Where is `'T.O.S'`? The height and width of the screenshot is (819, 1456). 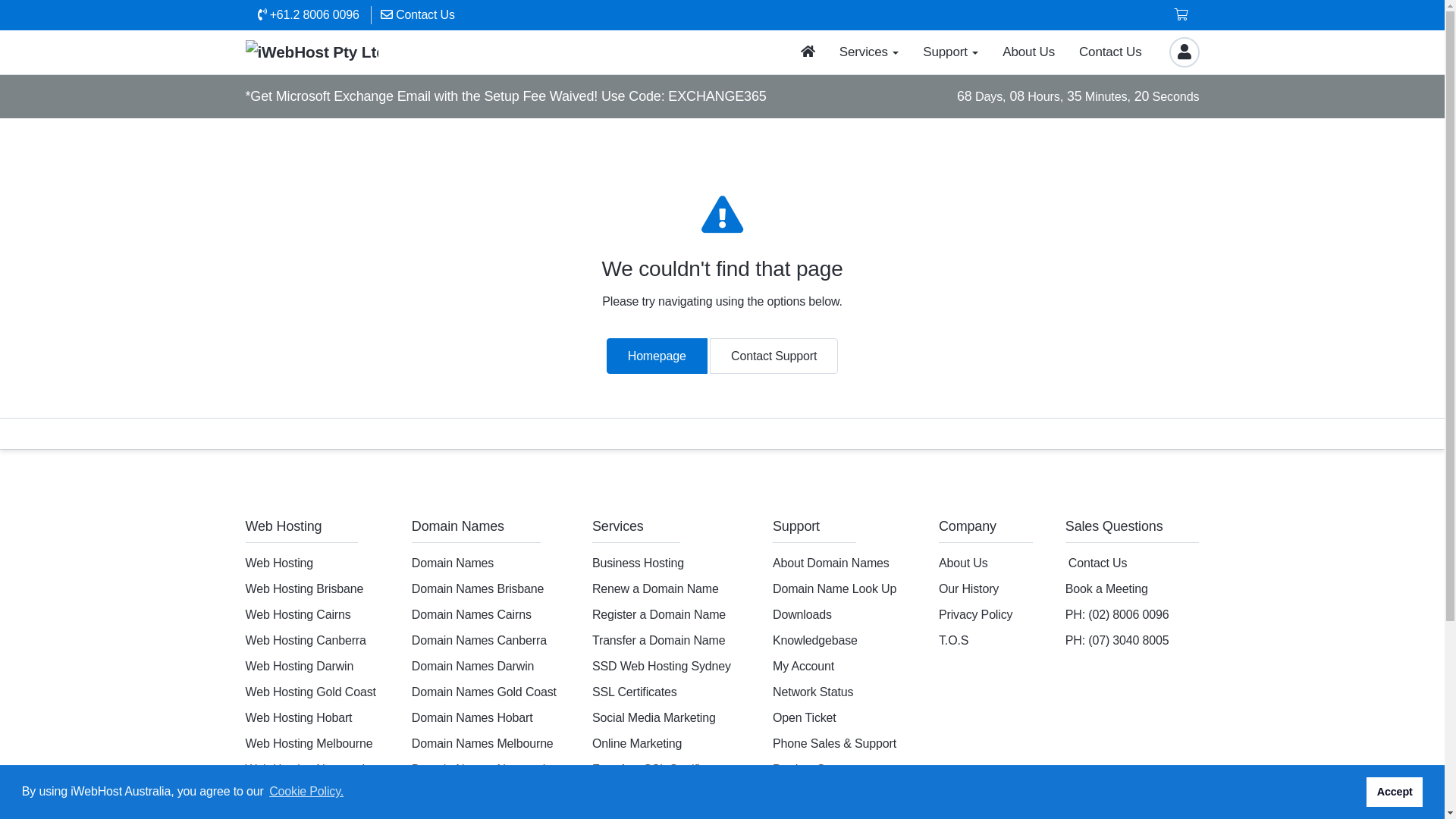
'T.O.S' is located at coordinates (952, 640).